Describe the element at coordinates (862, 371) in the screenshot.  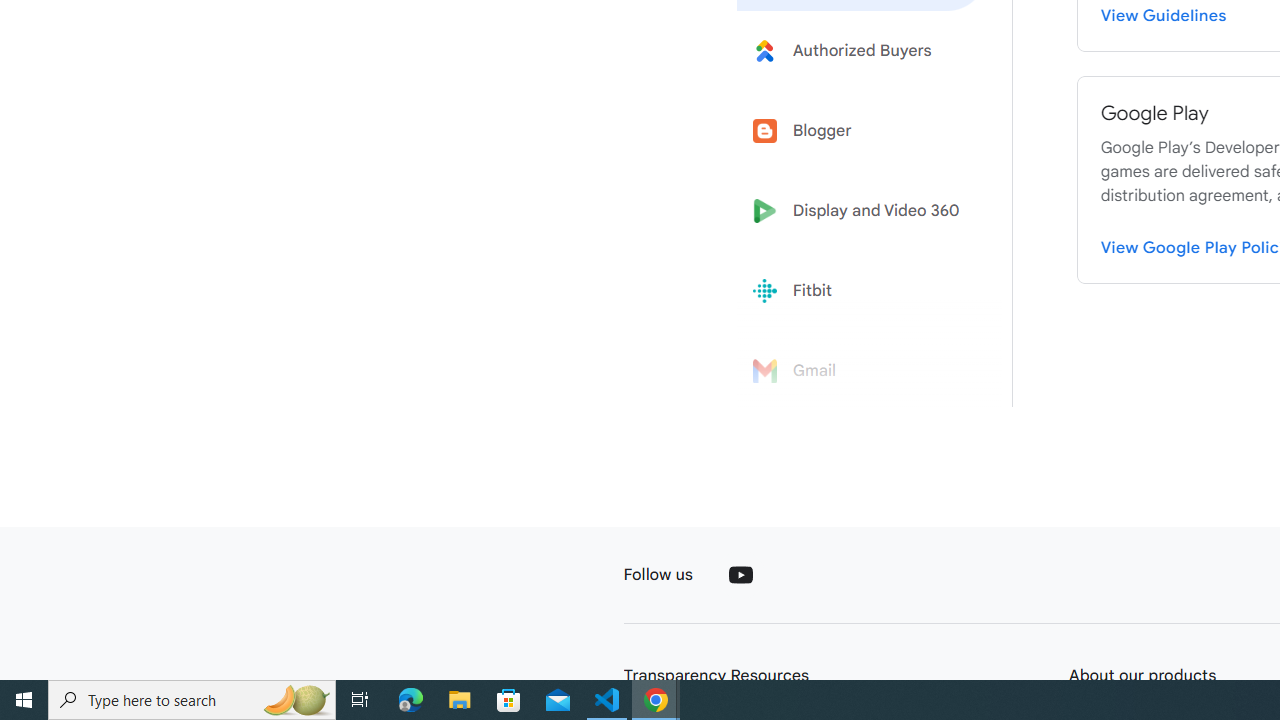
I see `'Gmail'` at that location.